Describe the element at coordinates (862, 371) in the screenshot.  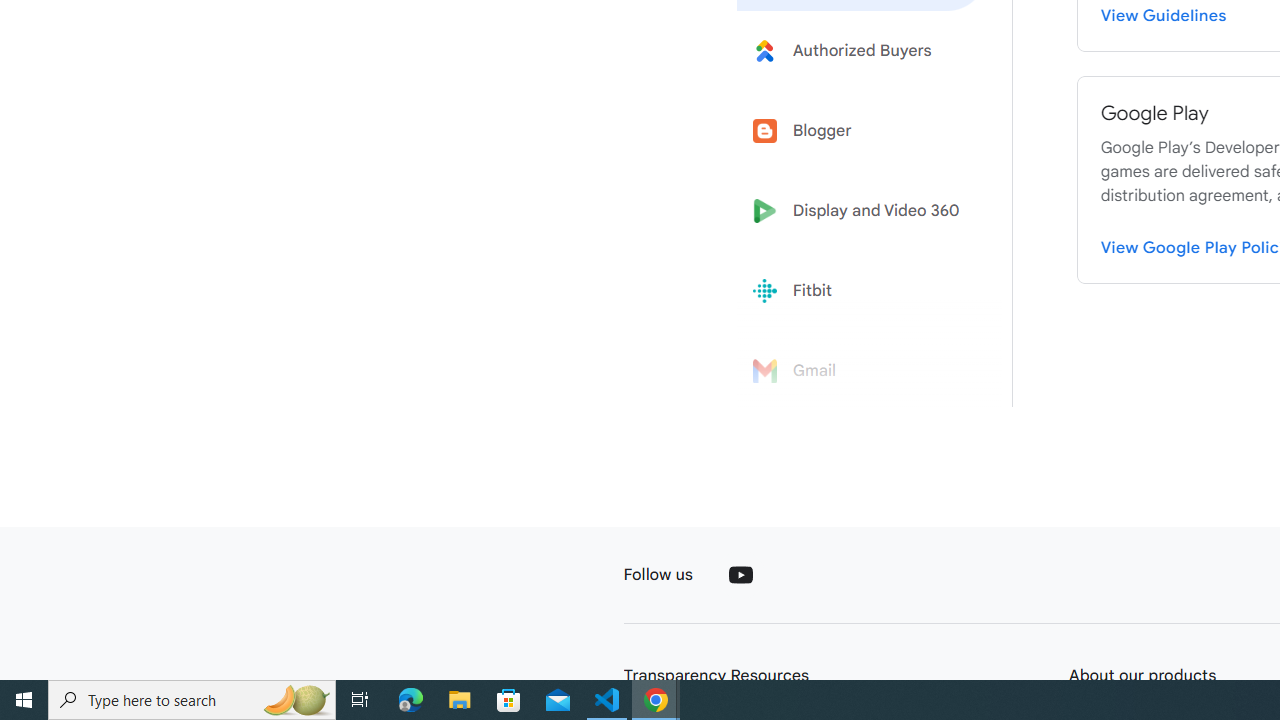
I see `'Gmail'` at that location.